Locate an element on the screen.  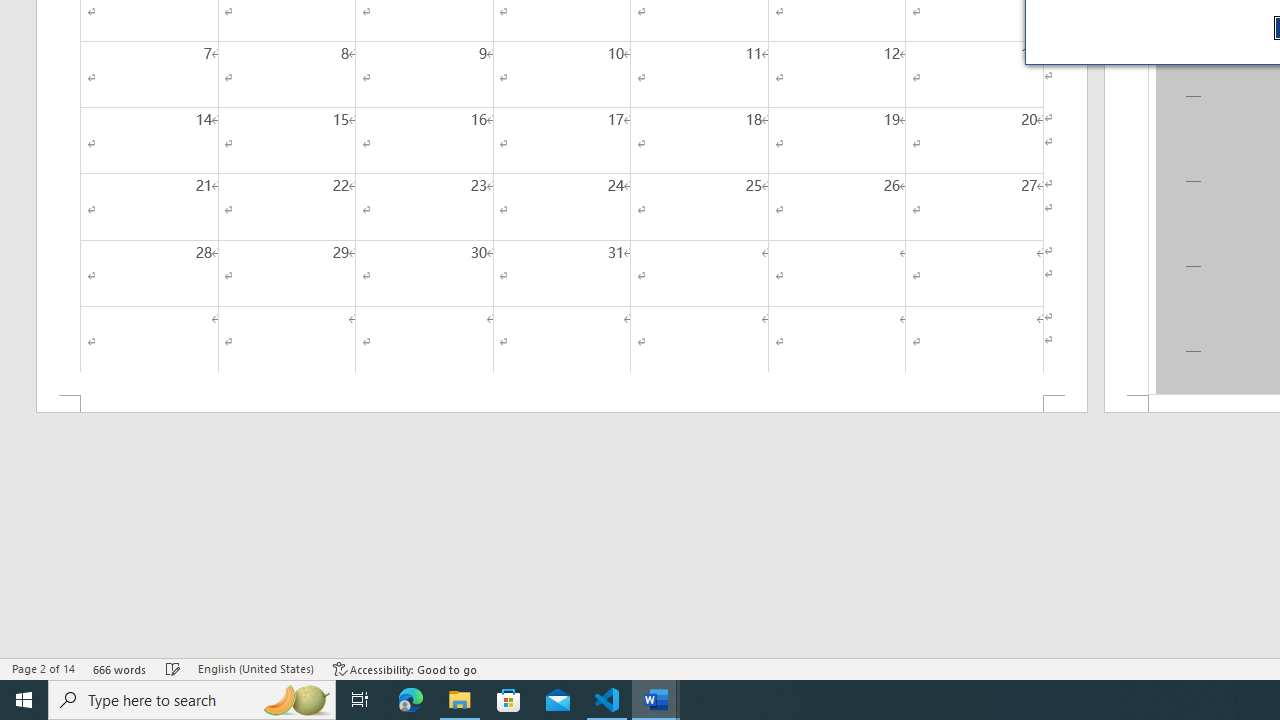
'Spelling and Grammar Check Checking' is located at coordinates (173, 669).